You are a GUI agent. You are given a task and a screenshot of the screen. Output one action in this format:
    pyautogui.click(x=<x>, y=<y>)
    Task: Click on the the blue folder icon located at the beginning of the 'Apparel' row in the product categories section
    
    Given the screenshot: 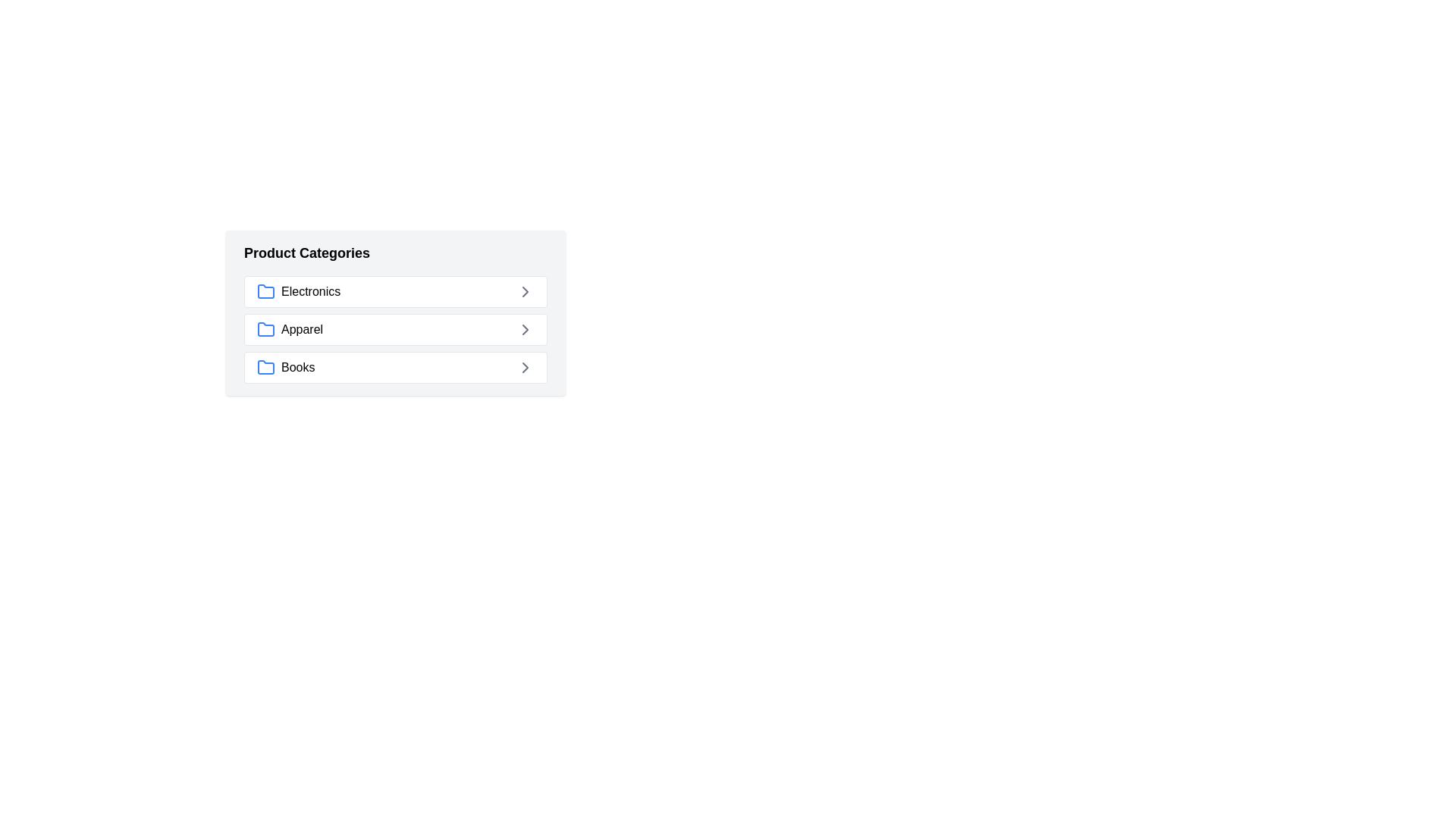 What is the action you would take?
    pyautogui.click(x=265, y=329)
    